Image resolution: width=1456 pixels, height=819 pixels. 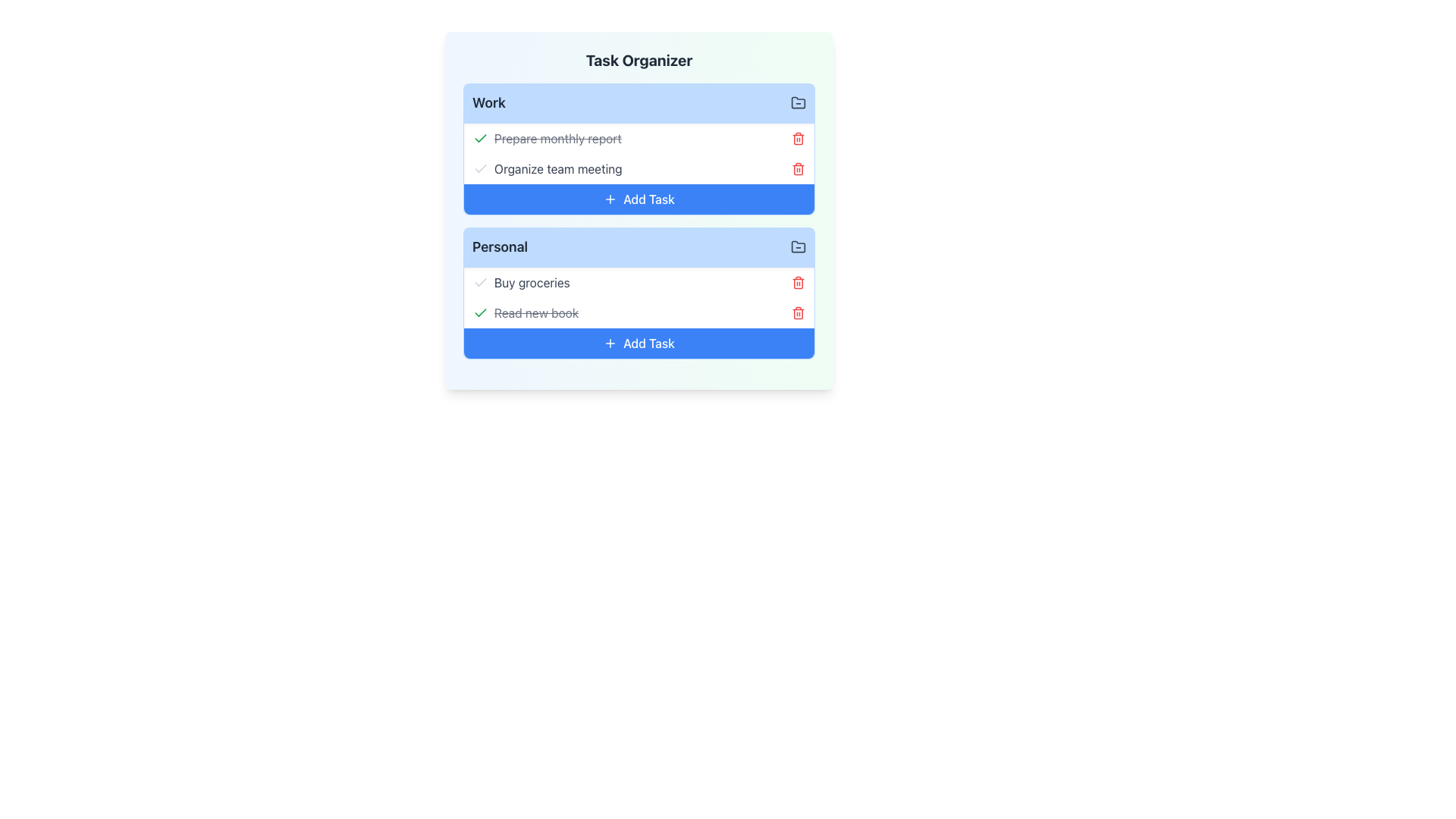 What do you see at coordinates (797, 283) in the screenshot?
I see `the red trash icon button` at bounding box center [797, 283].